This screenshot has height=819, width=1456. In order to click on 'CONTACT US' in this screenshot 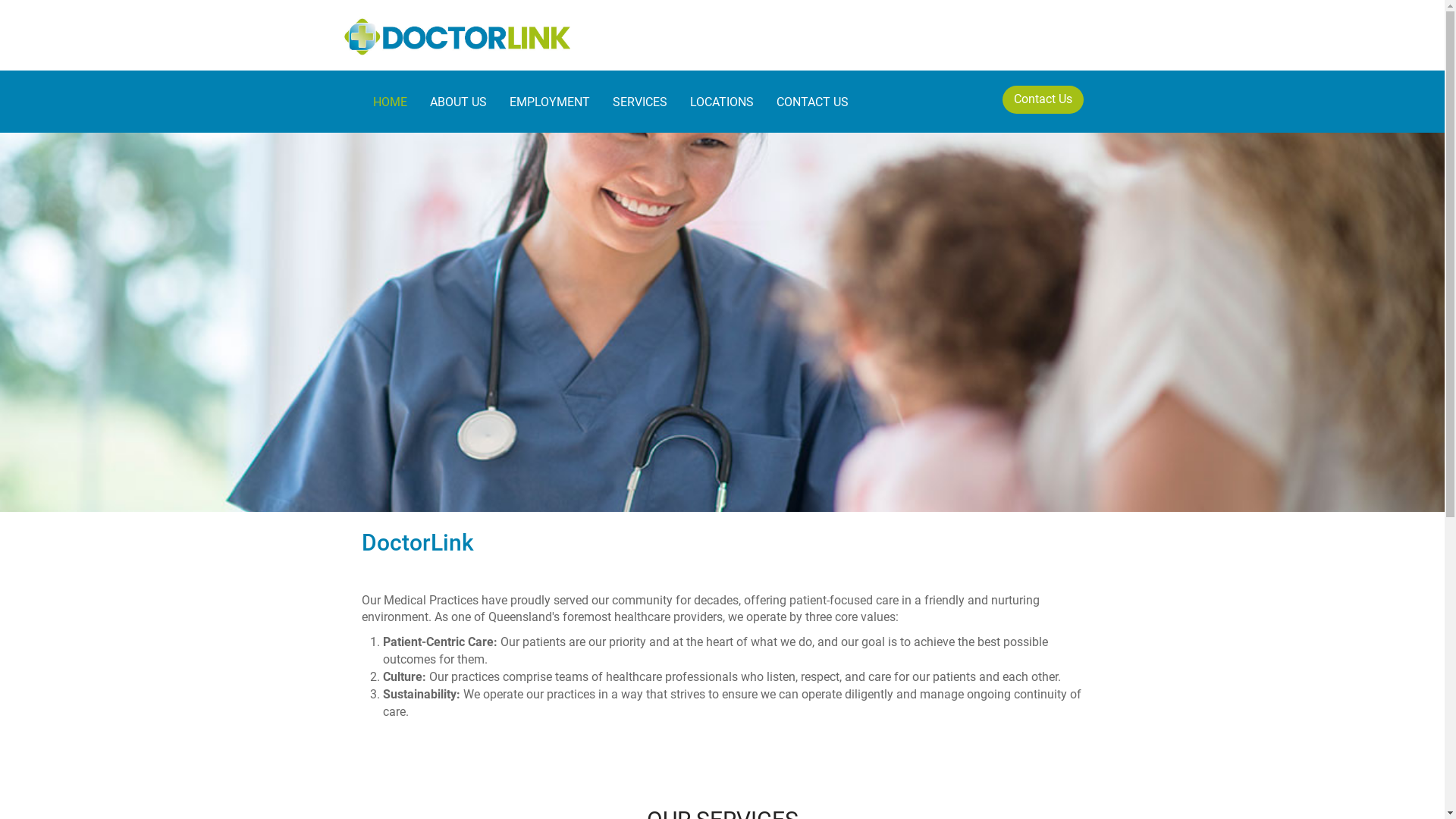, I will do `click(811, 102)`.